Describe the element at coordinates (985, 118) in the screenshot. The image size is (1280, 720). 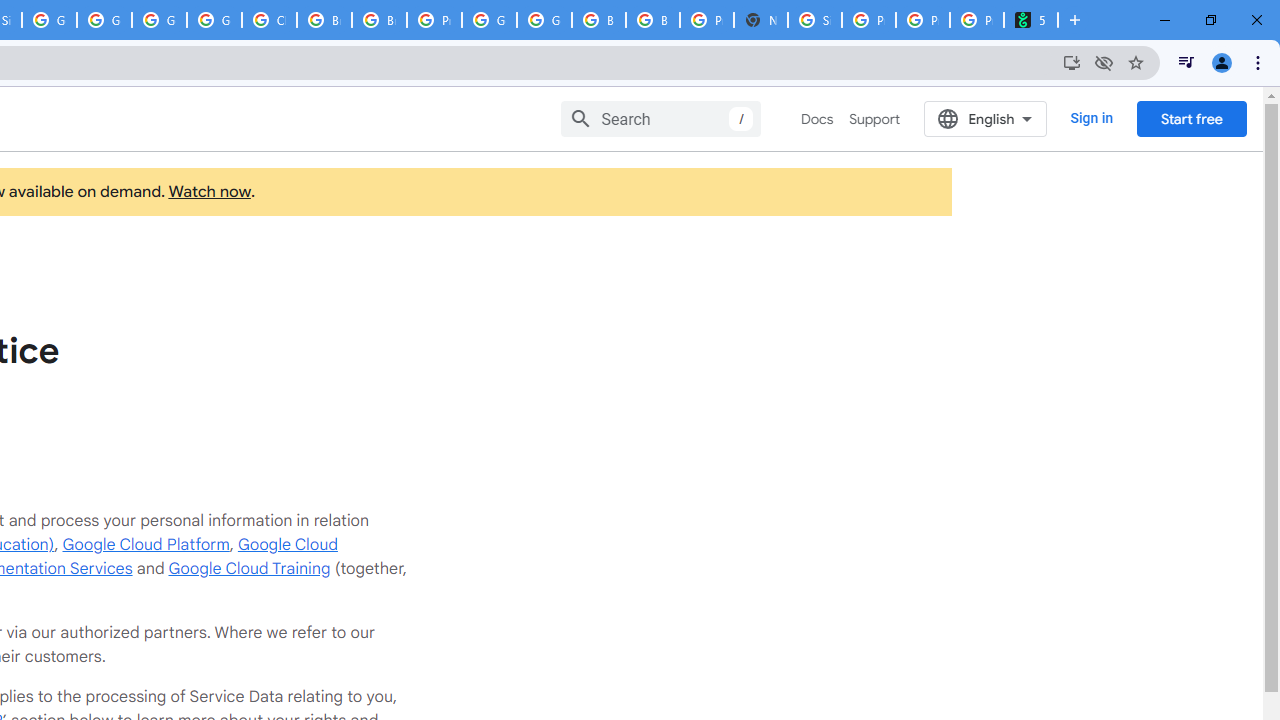
I see `'English'` at that location.